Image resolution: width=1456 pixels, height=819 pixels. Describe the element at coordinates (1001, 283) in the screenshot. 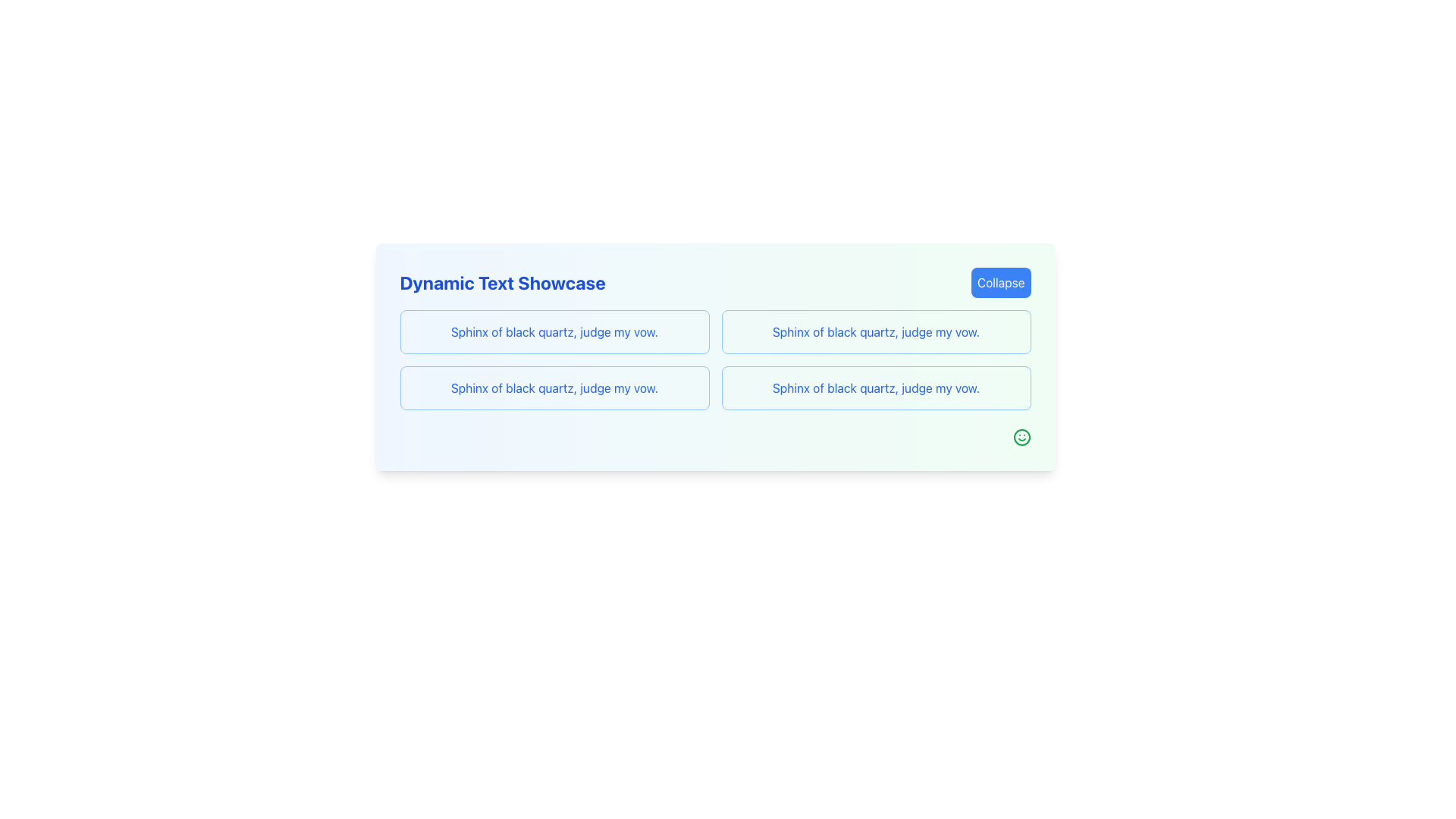

I see `the blue rectangular button with rounded corners that has the white text 'Collapse'` at that location.